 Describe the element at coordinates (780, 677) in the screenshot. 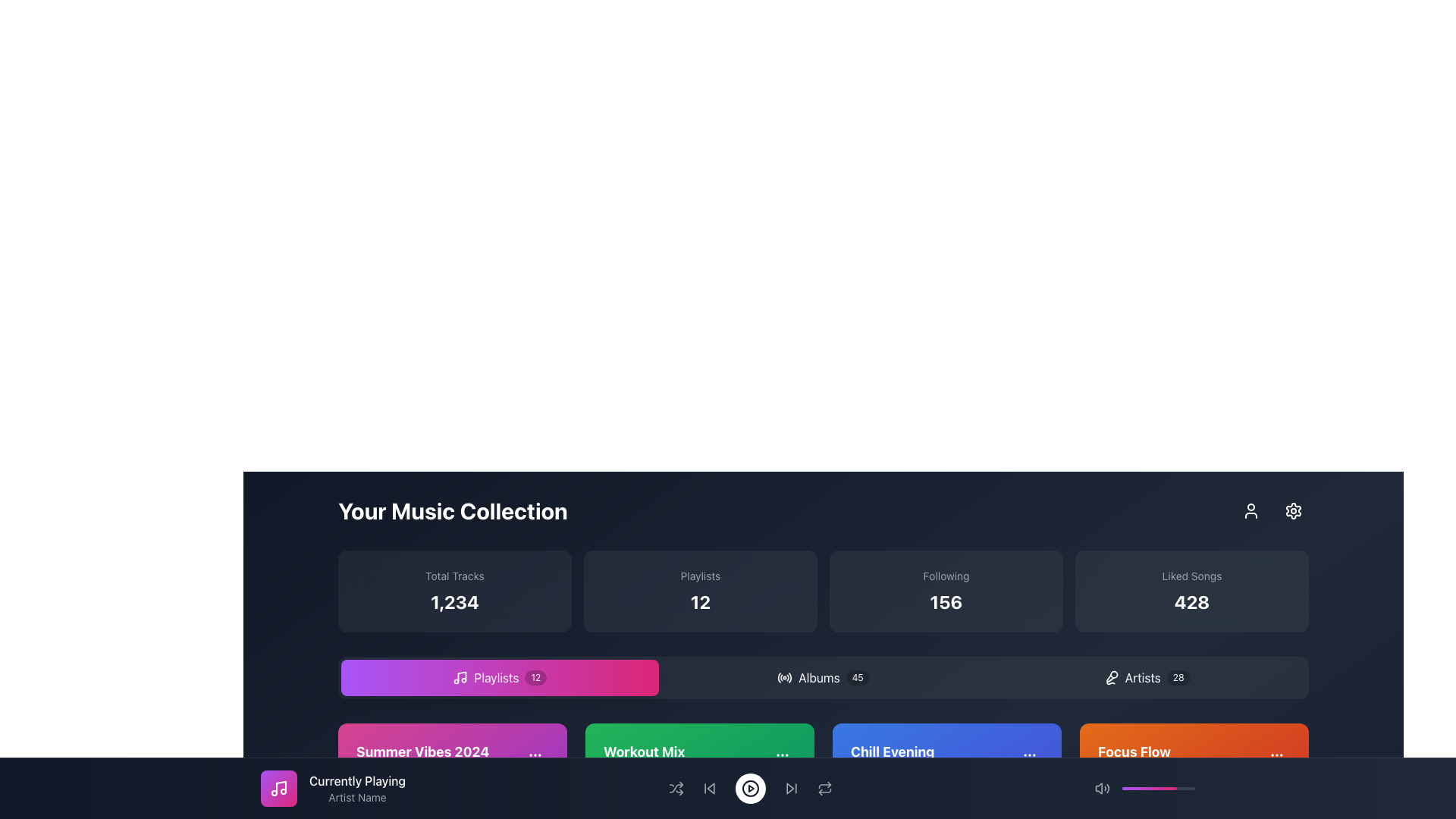

I see `the small semi-circular arc in the bottom-right corner of the circular icon, which is styled with a thin stroke and lacks fill coloration` at that location.